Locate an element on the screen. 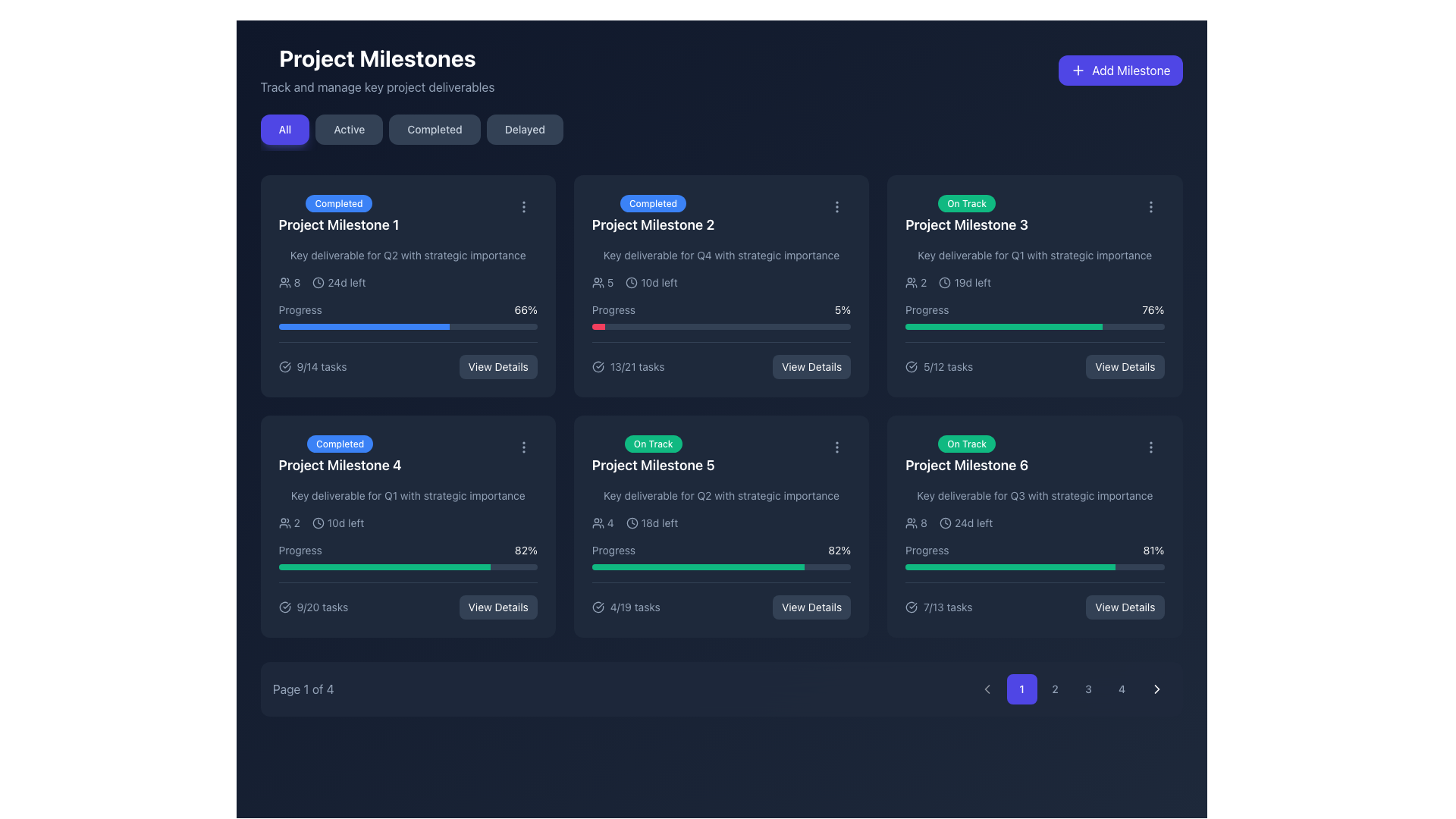  the text element displaying '66%' located in the top-right corner of the 'Progress' bar section of the first milestone card ('Project Milestone 1') is located at coordinates (526, 309).